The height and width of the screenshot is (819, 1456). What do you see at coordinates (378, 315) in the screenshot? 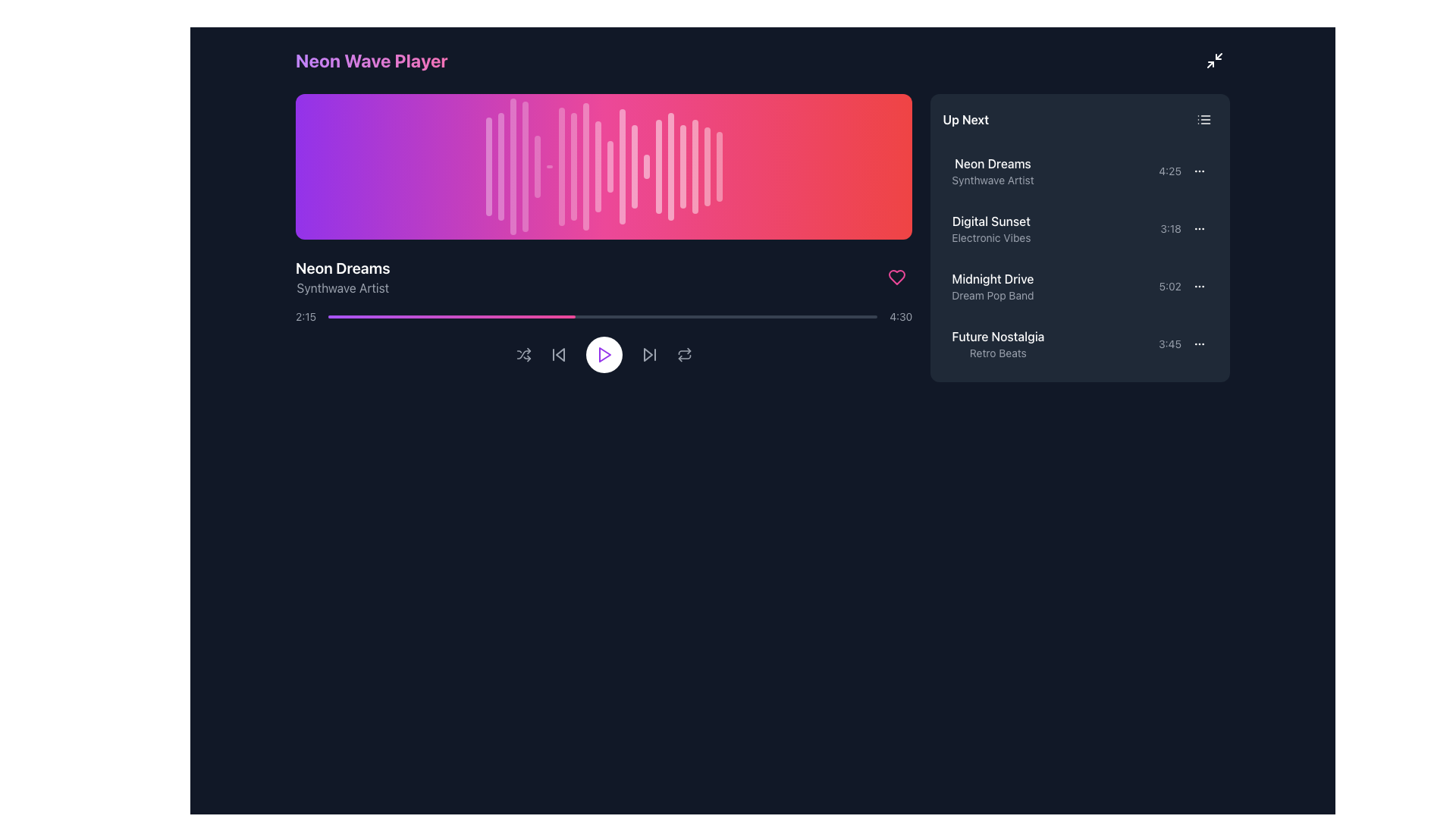
I see `the media progress` at bounding box center [378, 315].